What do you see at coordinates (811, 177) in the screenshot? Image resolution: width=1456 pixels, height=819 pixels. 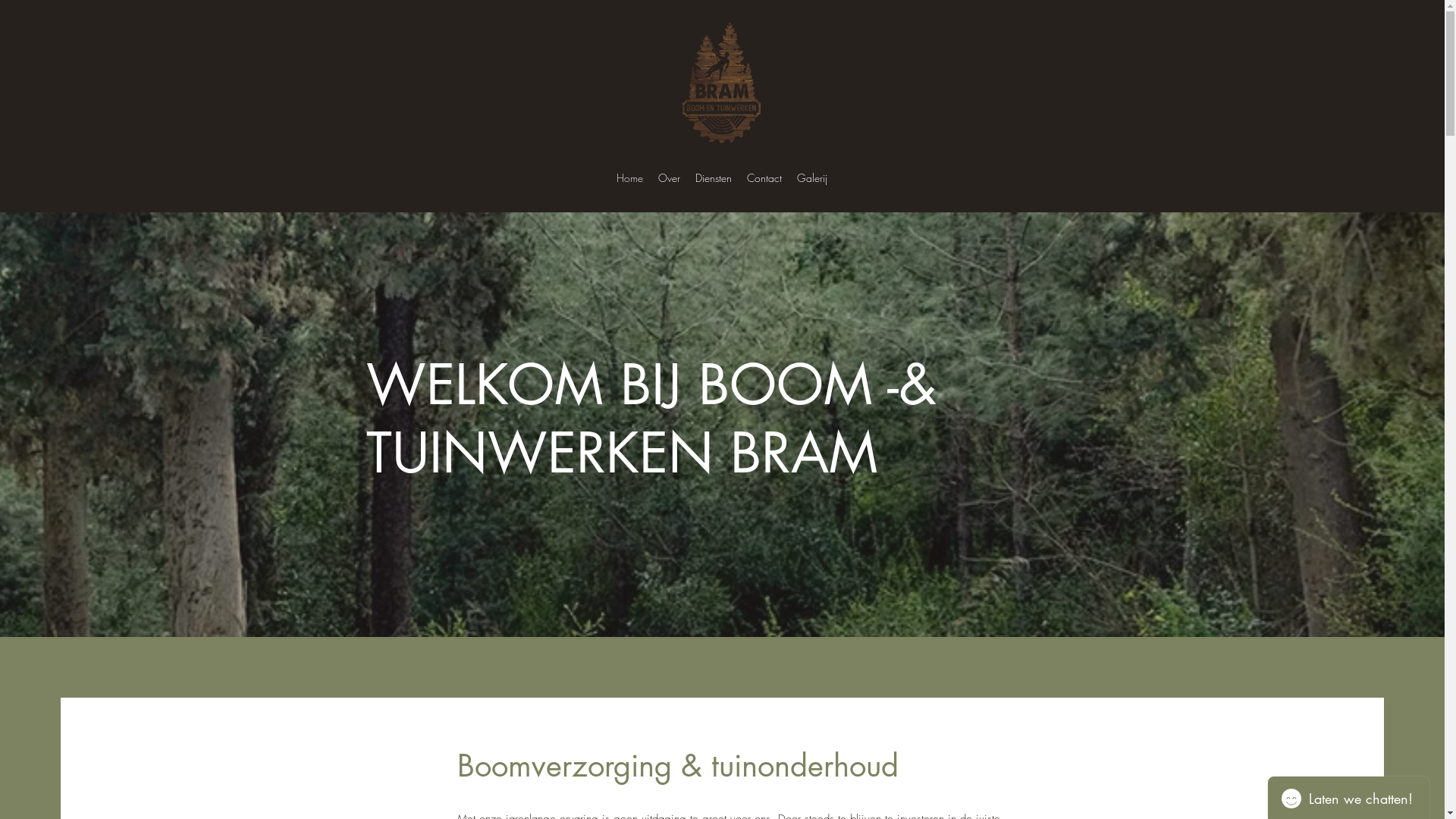 I see `'Galerij'` at bounding box center [811, 177].